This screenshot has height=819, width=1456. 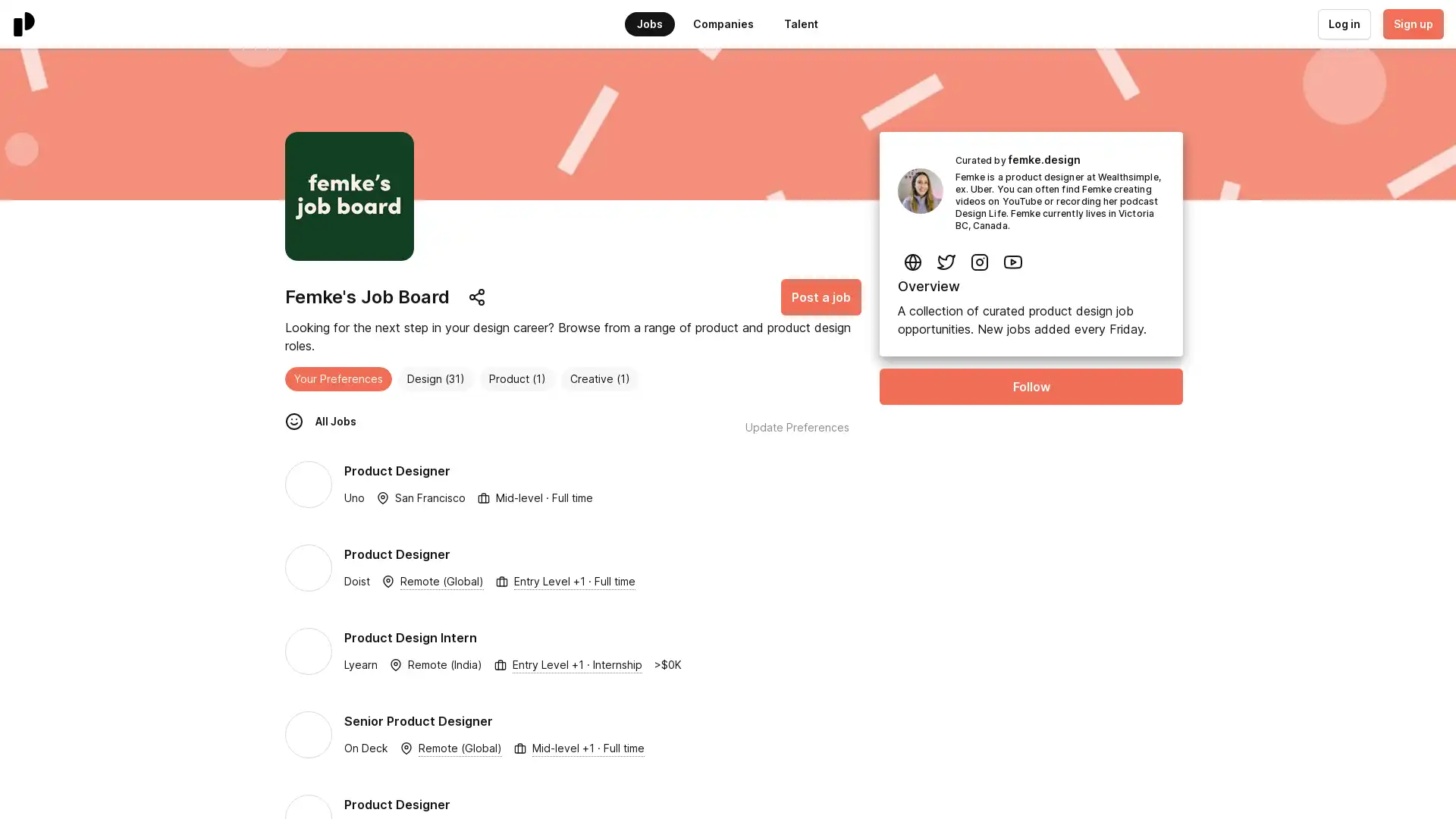 What do you see at coordinates (1411, 24) in the screenshot?
I see `Sign up` at bounding box center [1411, 24].